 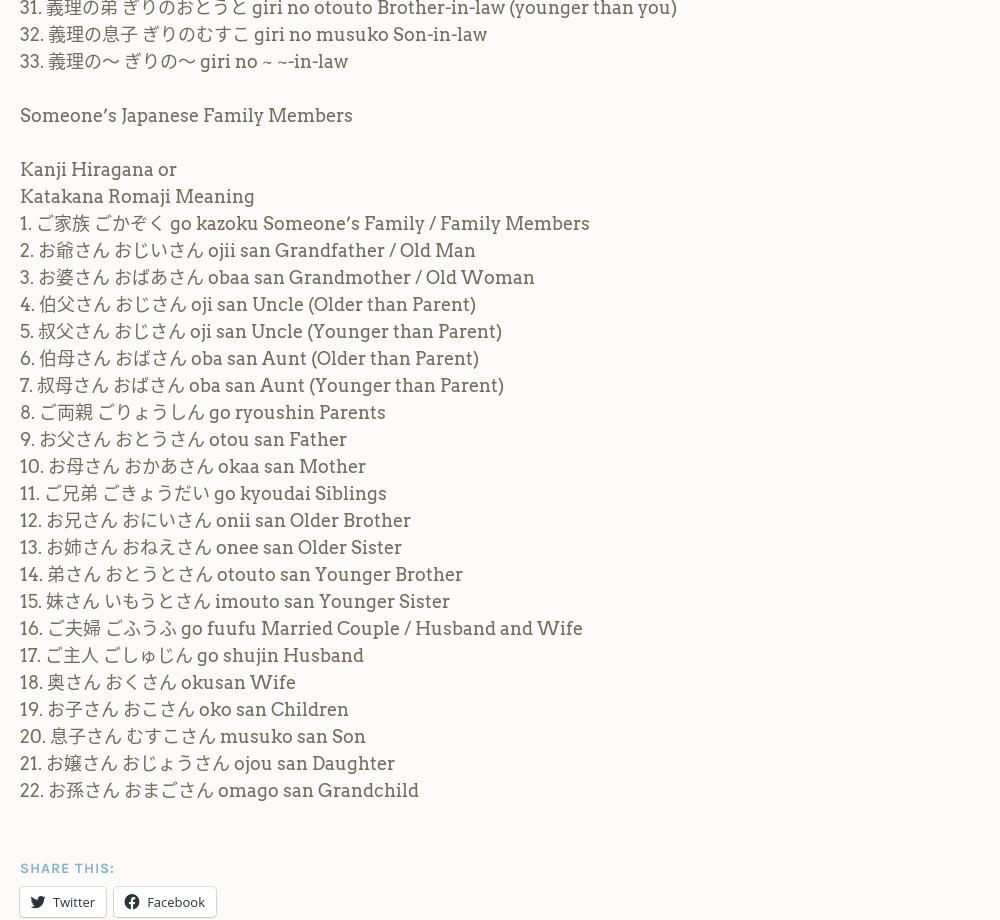 I want to click on '15.	妹さん	いもうとさん	imouto san	Younger Sister', so click(x=234, y=599).